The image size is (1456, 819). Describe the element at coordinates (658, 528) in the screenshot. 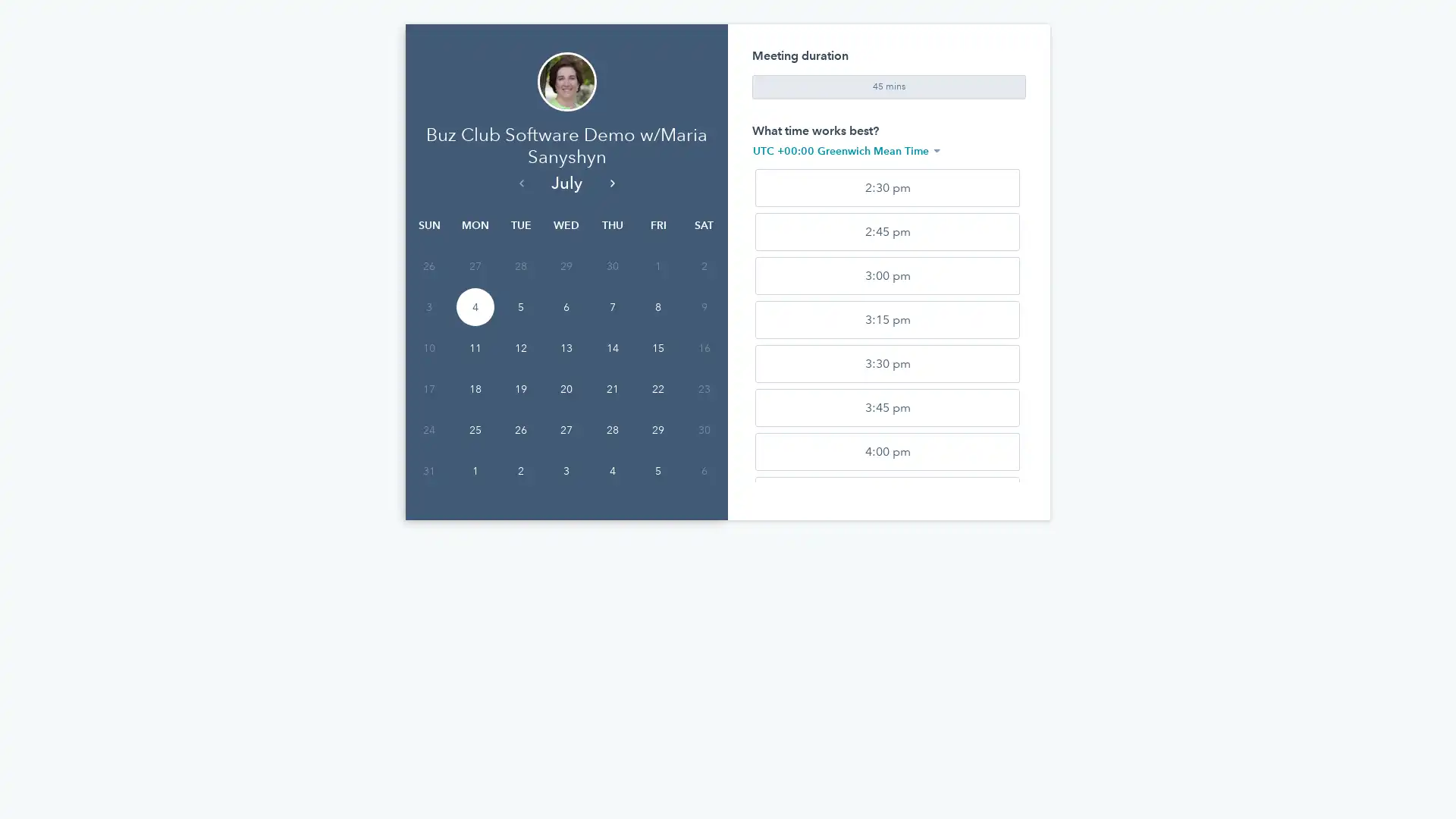

I see `August 5th` at that location.